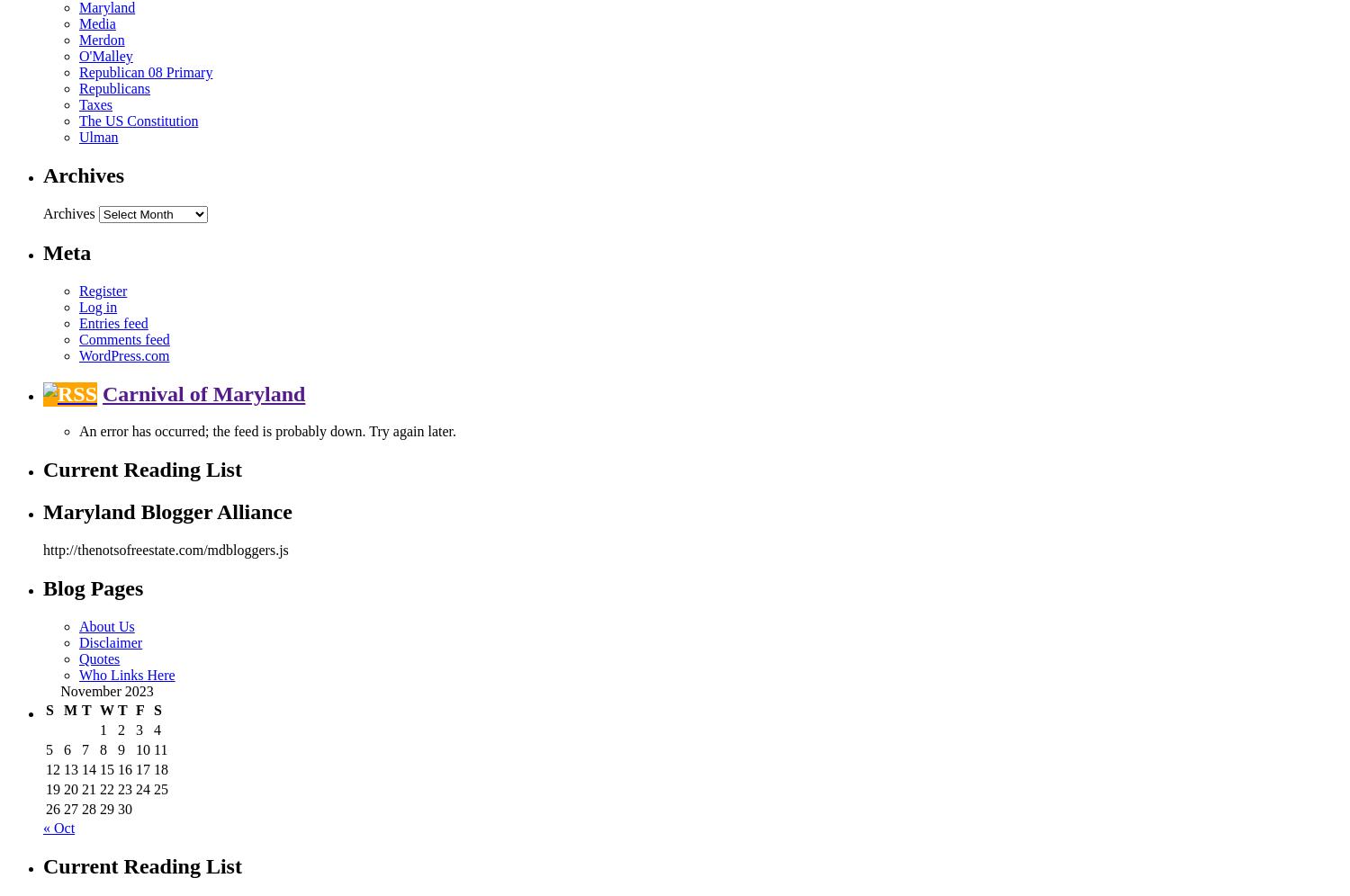 This screenshot has height=896, width=1350. What do you see at coordinates (121, 729) in the screenshot?
I see `'2'` at bounding box center [121, 729].